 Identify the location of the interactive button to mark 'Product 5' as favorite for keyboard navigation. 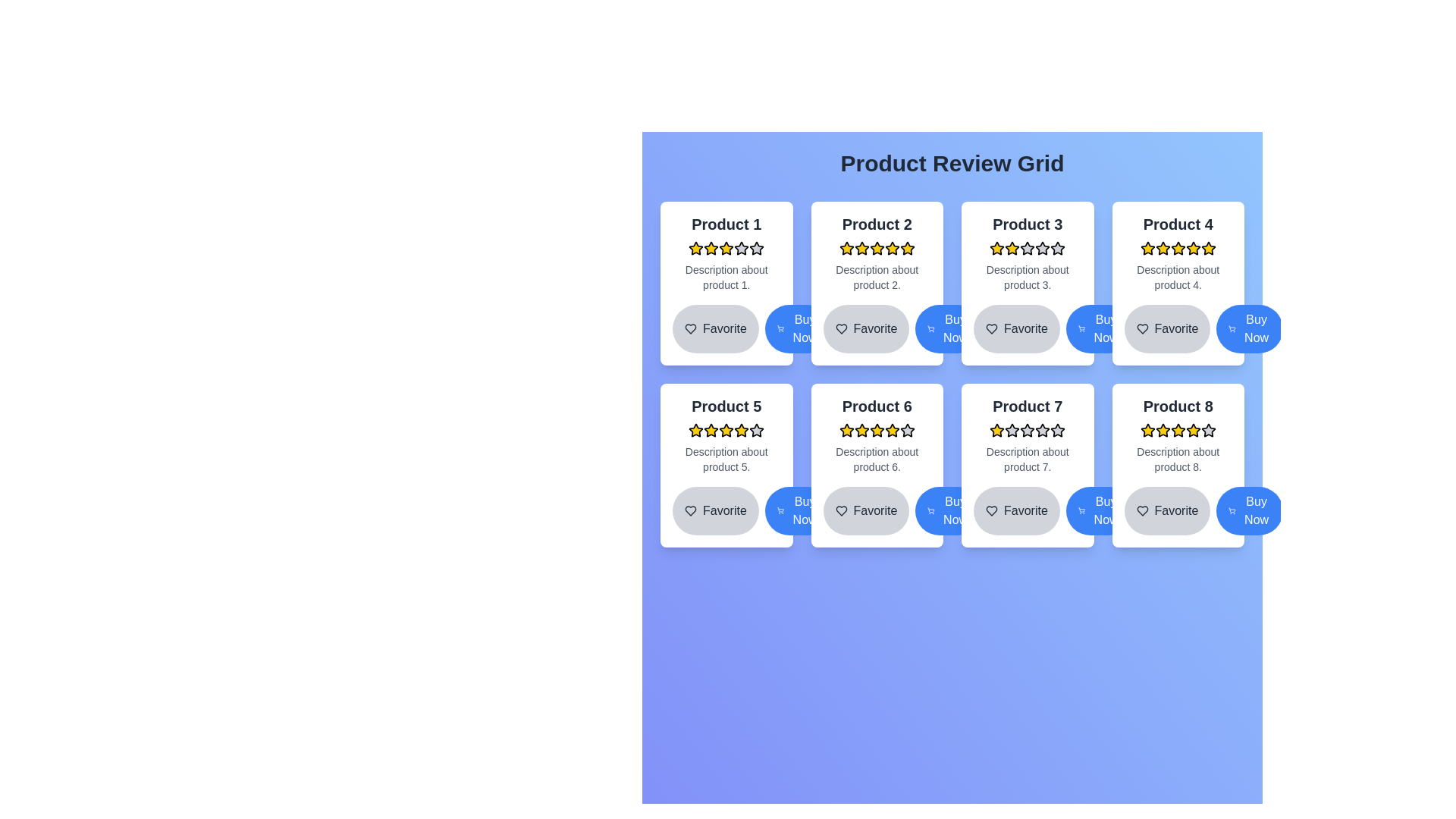
(714, 511).